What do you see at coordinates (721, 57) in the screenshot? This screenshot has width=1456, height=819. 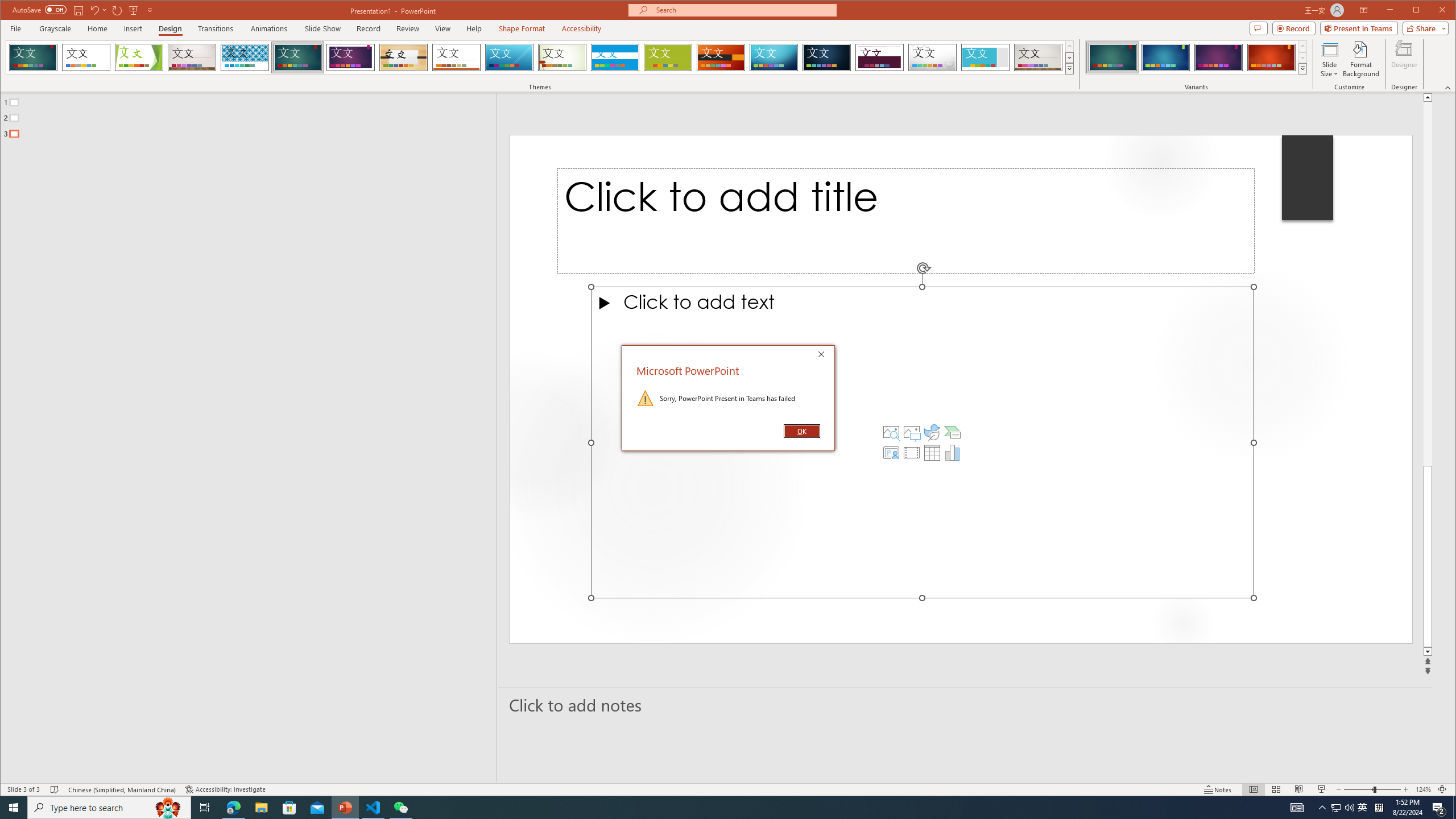 I see `'Berlin'` at bounding box center [721, 57].